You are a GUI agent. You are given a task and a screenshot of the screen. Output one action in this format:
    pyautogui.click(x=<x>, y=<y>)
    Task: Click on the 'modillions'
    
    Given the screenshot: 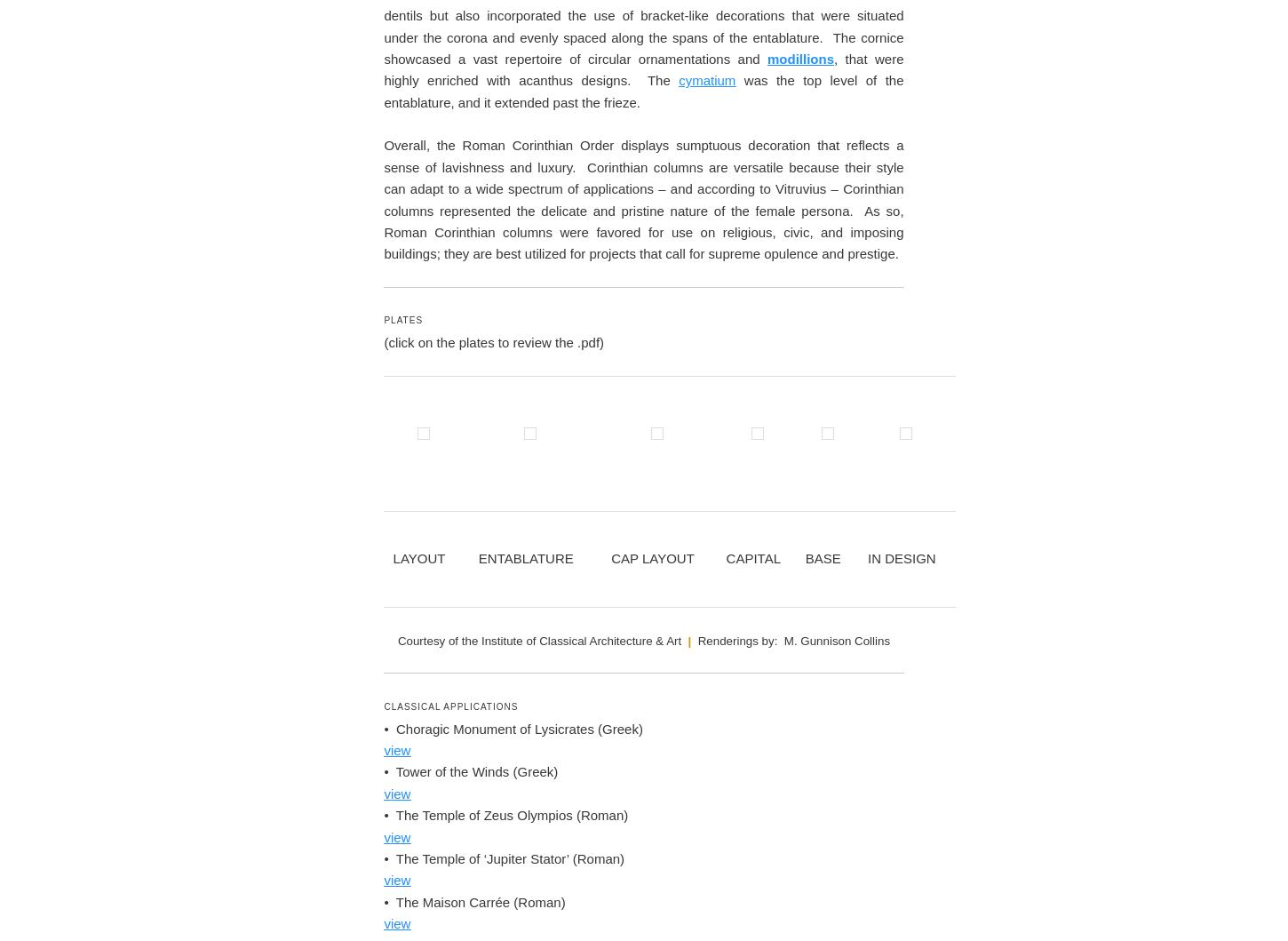 What is the action you would take?
    pyautogui.click(x=799, y=610)
    